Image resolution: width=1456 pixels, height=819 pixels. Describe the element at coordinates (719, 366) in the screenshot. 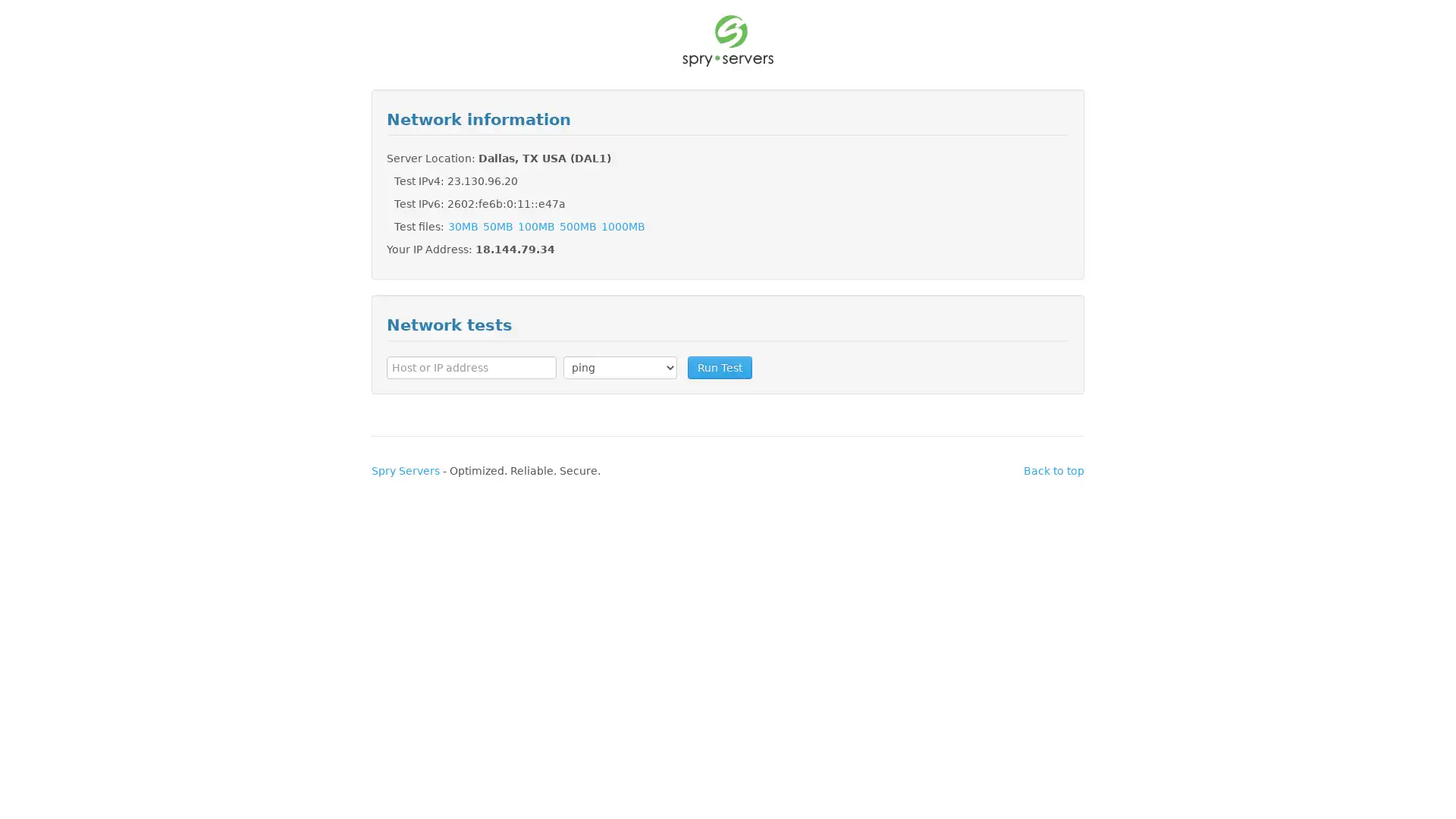

I see `Run Test` at that location.